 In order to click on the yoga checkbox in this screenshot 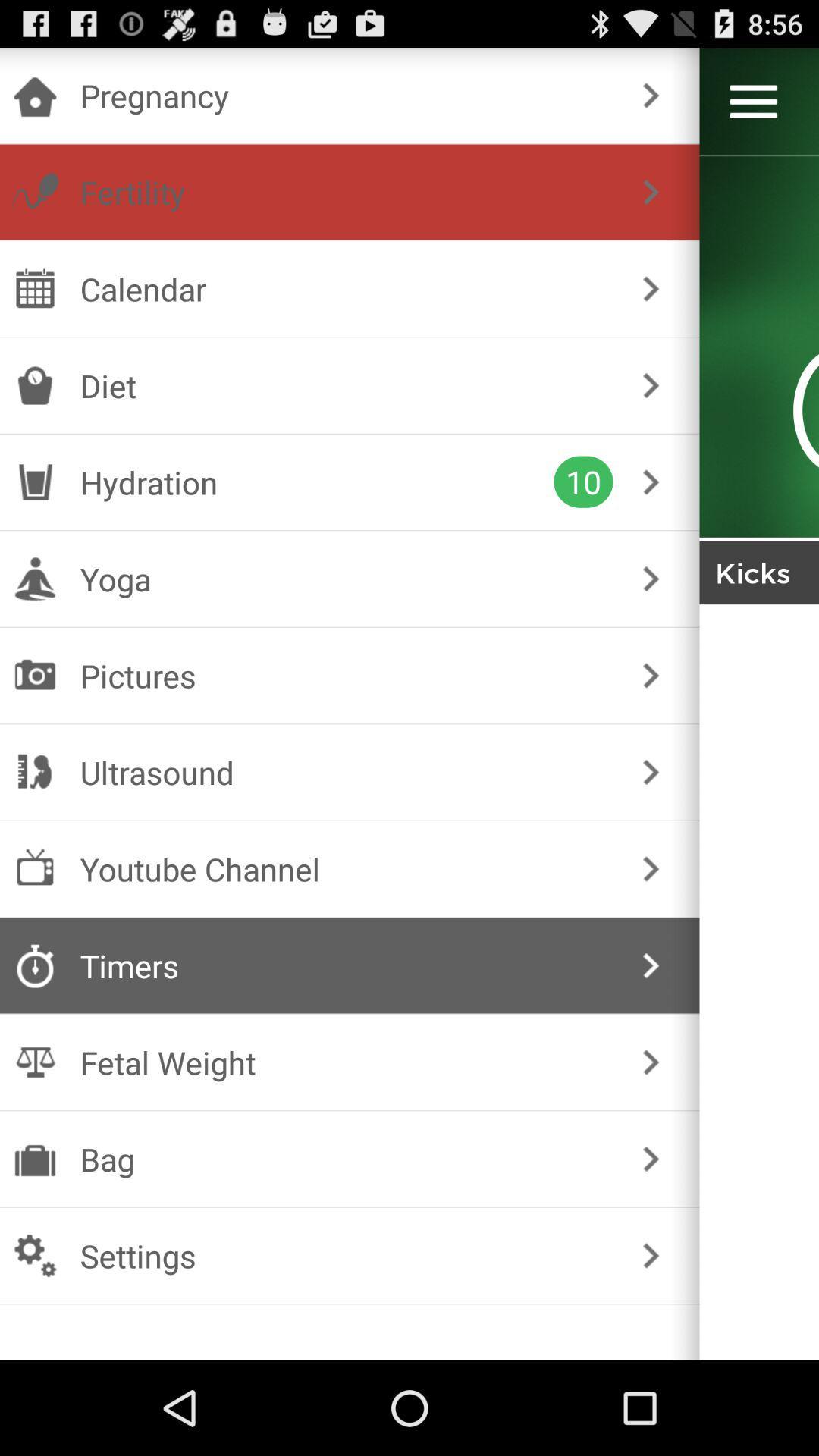, I will do `click(347, 578)`.